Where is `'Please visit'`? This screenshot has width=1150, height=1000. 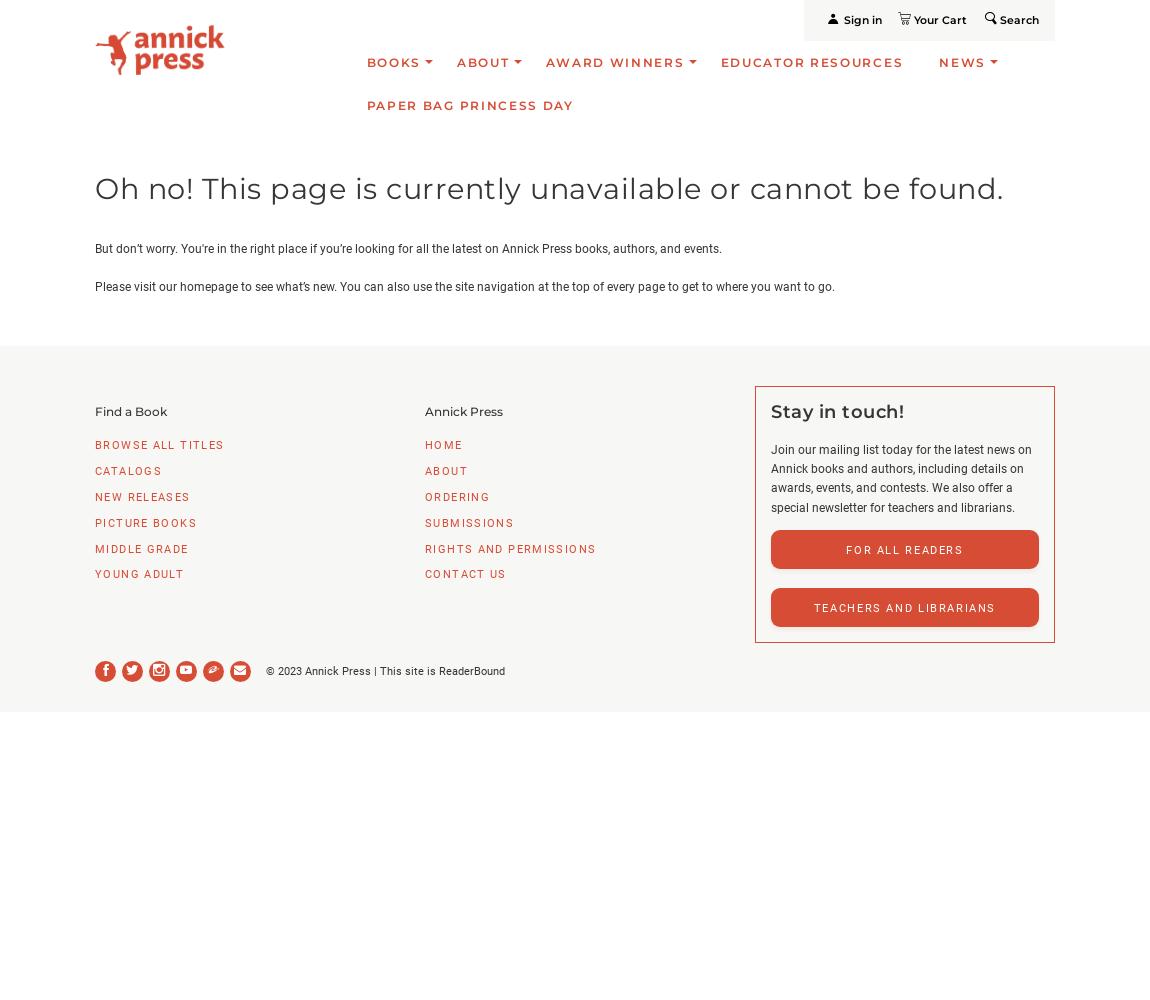
'Please visit' is located at coordinates (125, 287).